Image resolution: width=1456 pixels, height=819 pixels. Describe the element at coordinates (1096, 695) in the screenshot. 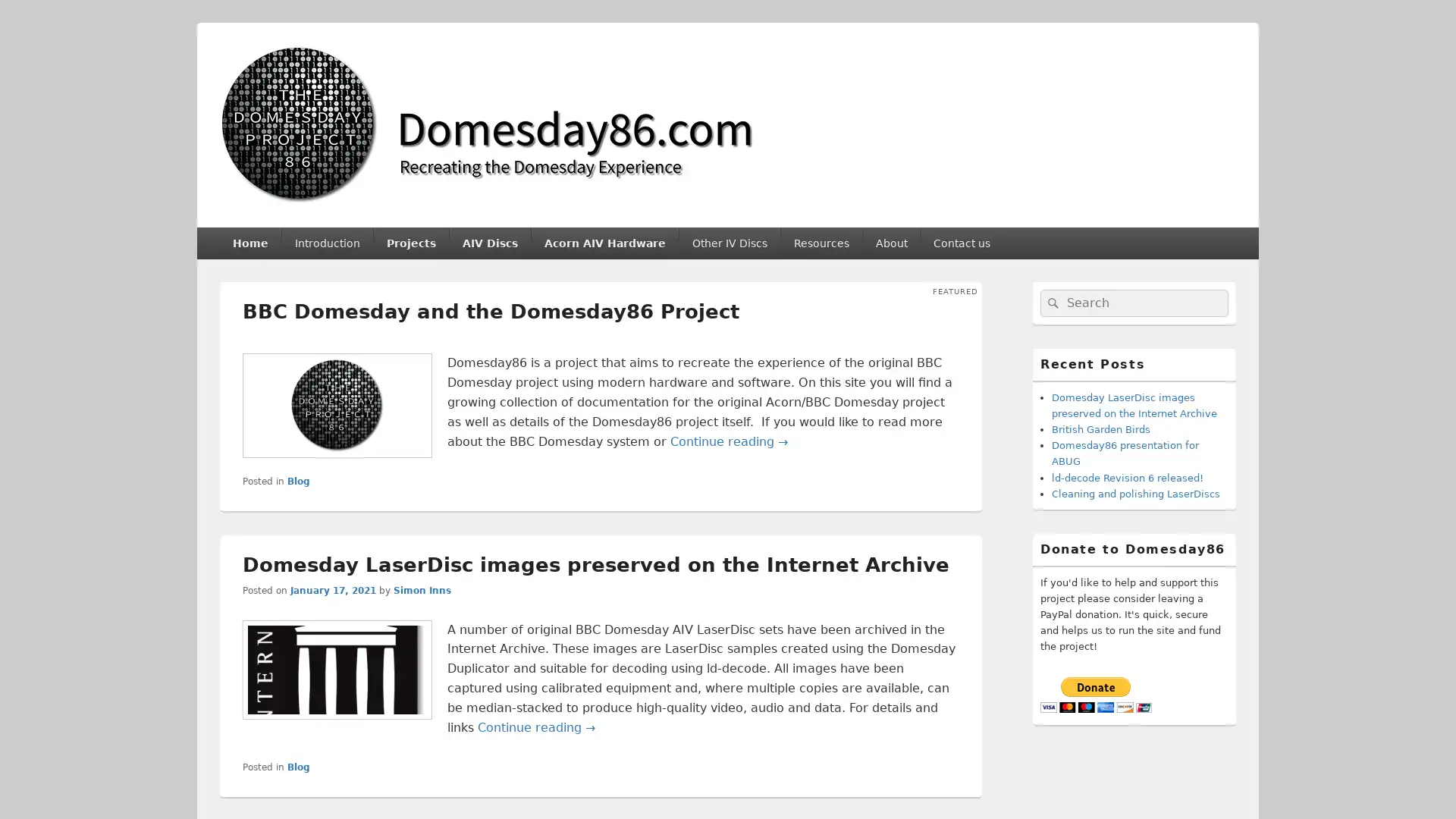

I see `PayPal - The safer, easier way to pay online.` at that location.